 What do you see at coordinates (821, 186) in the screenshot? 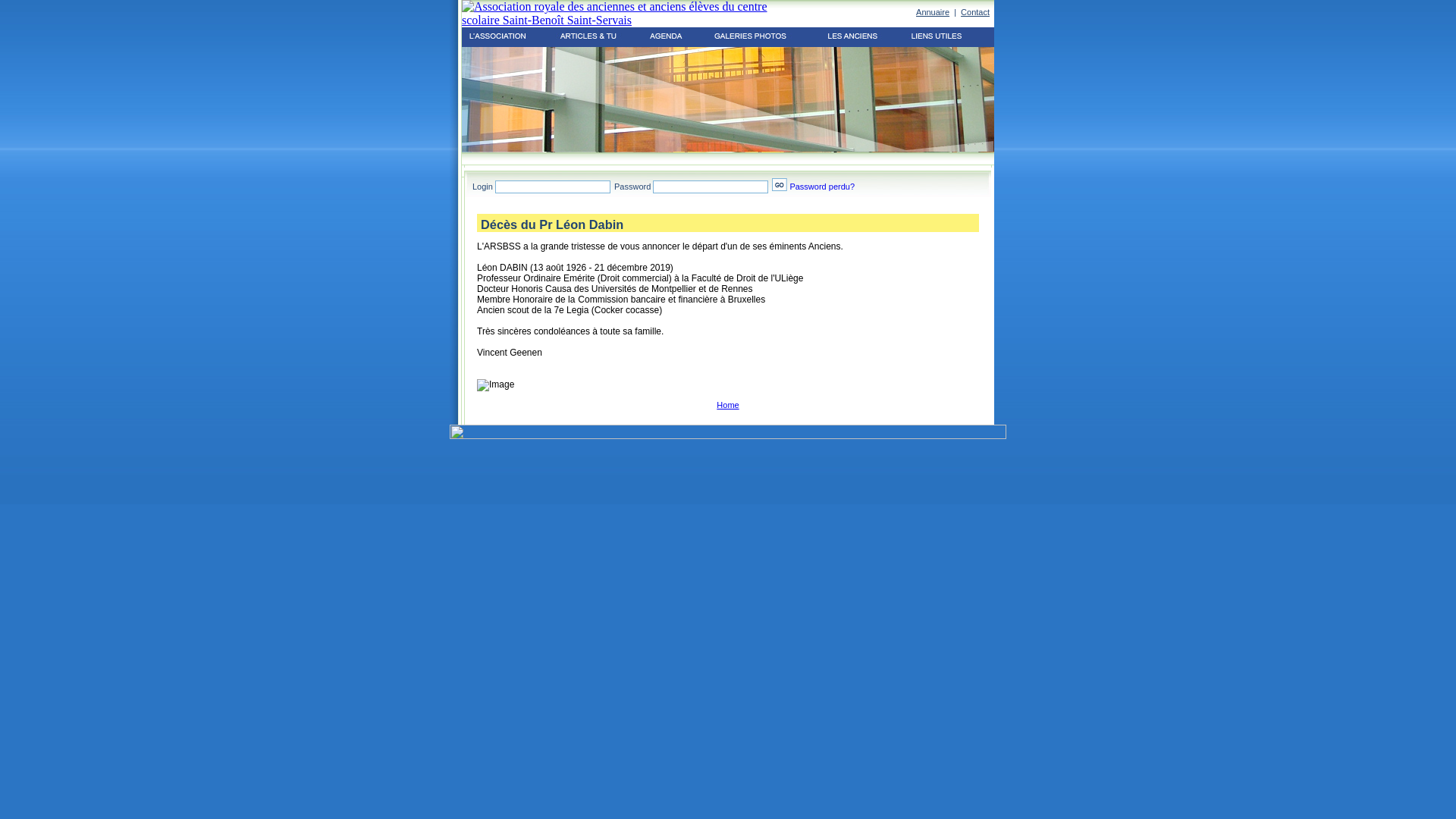
I see `'Password perdu?'` at bounding box center [821, 186].